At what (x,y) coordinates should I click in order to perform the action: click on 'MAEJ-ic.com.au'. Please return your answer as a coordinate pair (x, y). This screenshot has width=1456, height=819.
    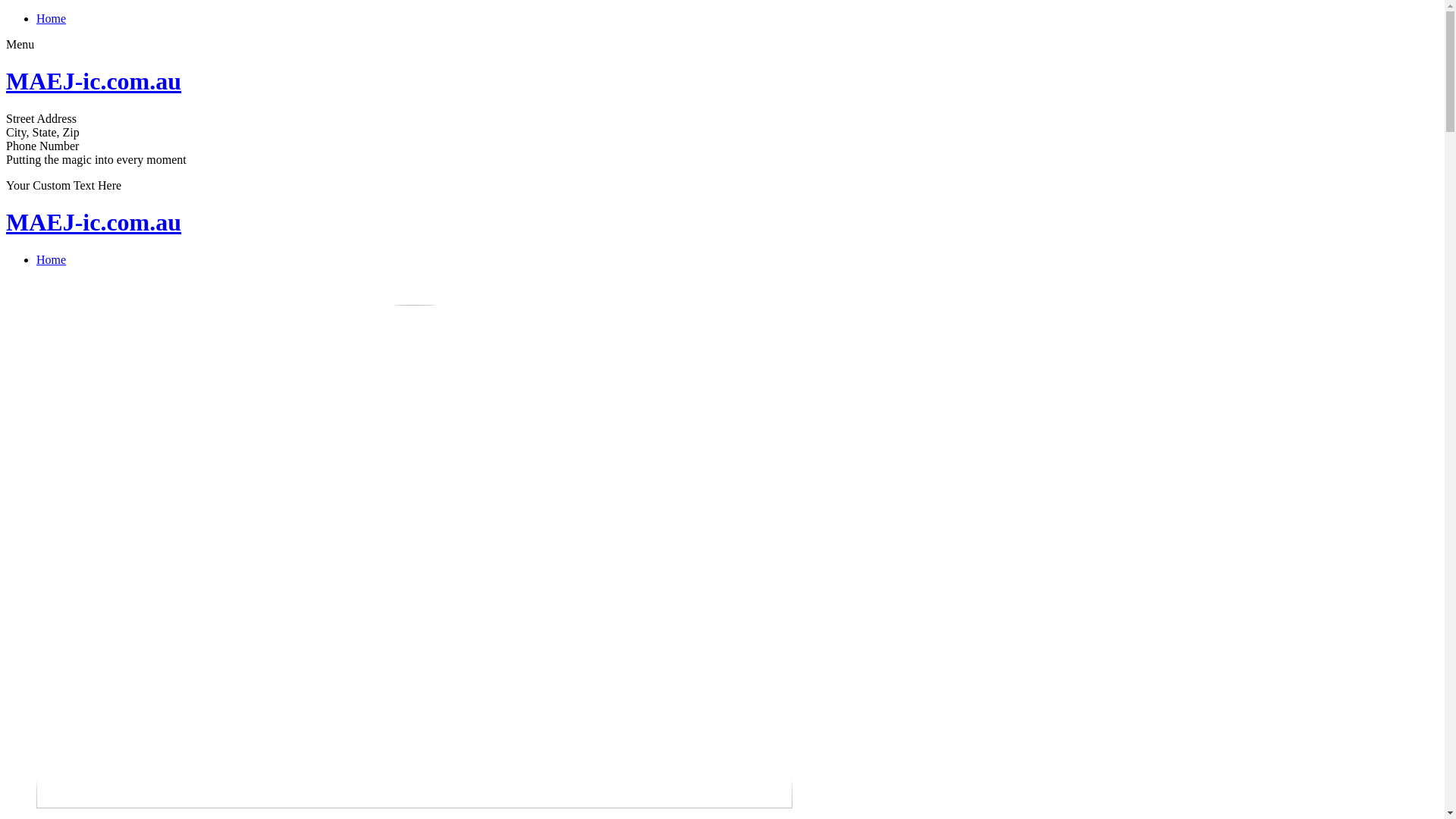
    Looking at the image, I should click on (93, 81).